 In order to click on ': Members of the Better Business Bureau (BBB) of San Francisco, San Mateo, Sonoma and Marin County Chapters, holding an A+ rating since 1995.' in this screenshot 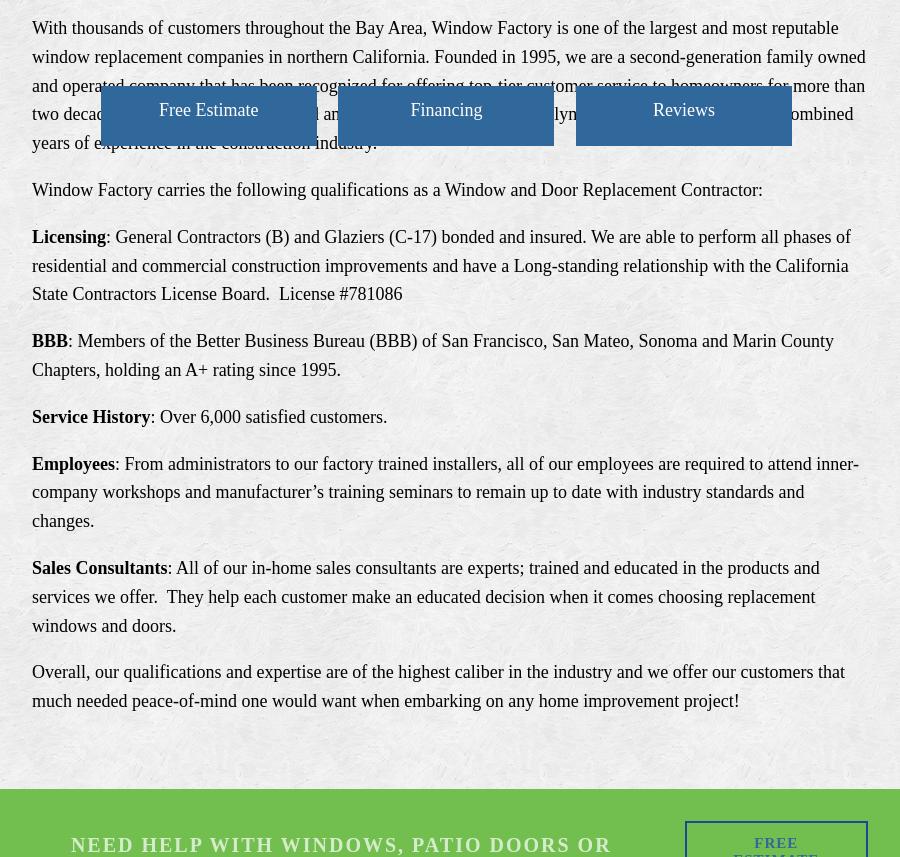, I will do `click(434, 353)`.